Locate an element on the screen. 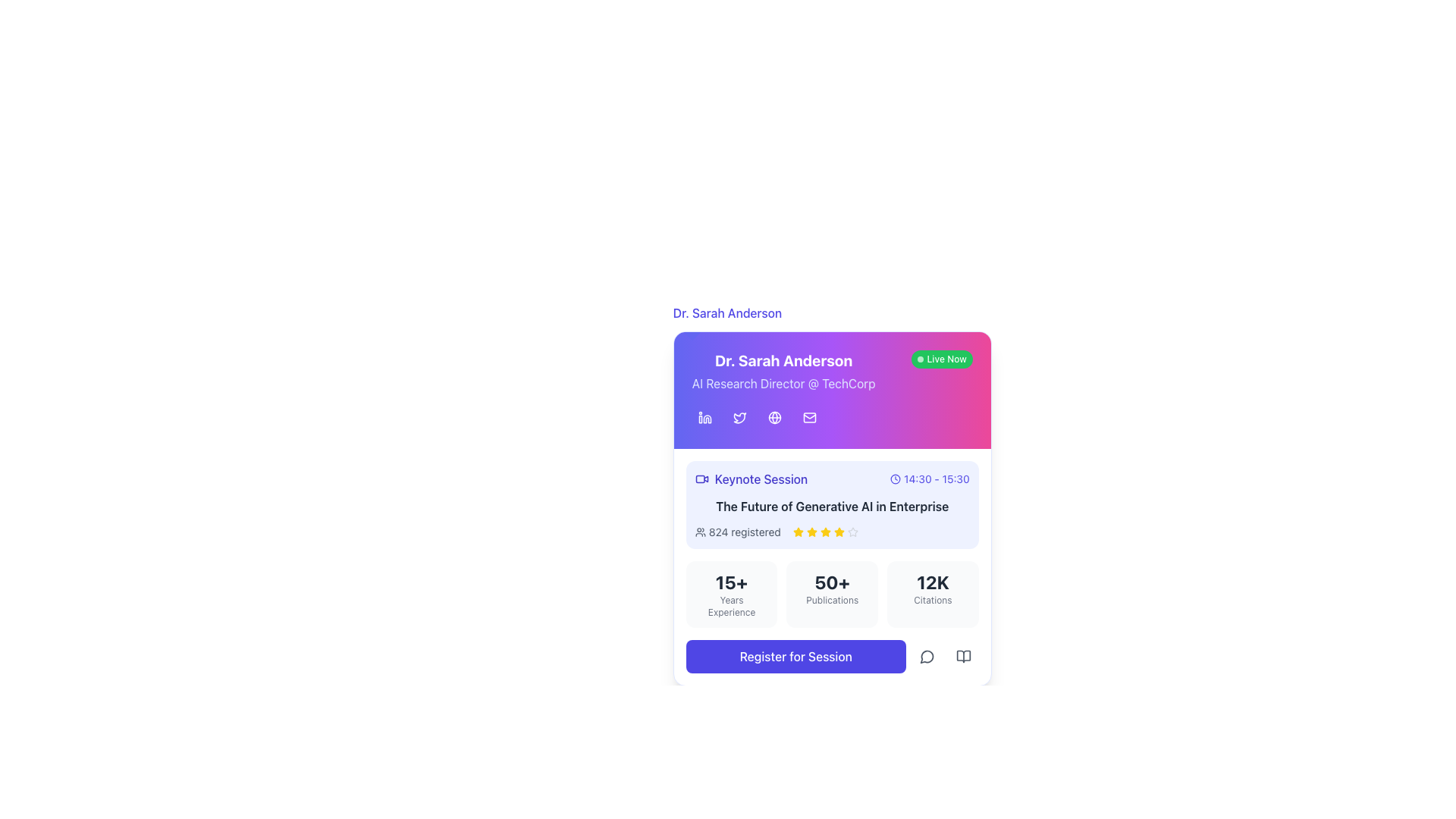  the LinkedIn button, which is a square-shaped icon with a purple background and a white 'in' logo, located at the top left corner of the row of social media icons, to visit the LinkedIn profile is located at coordinates (704, 418).